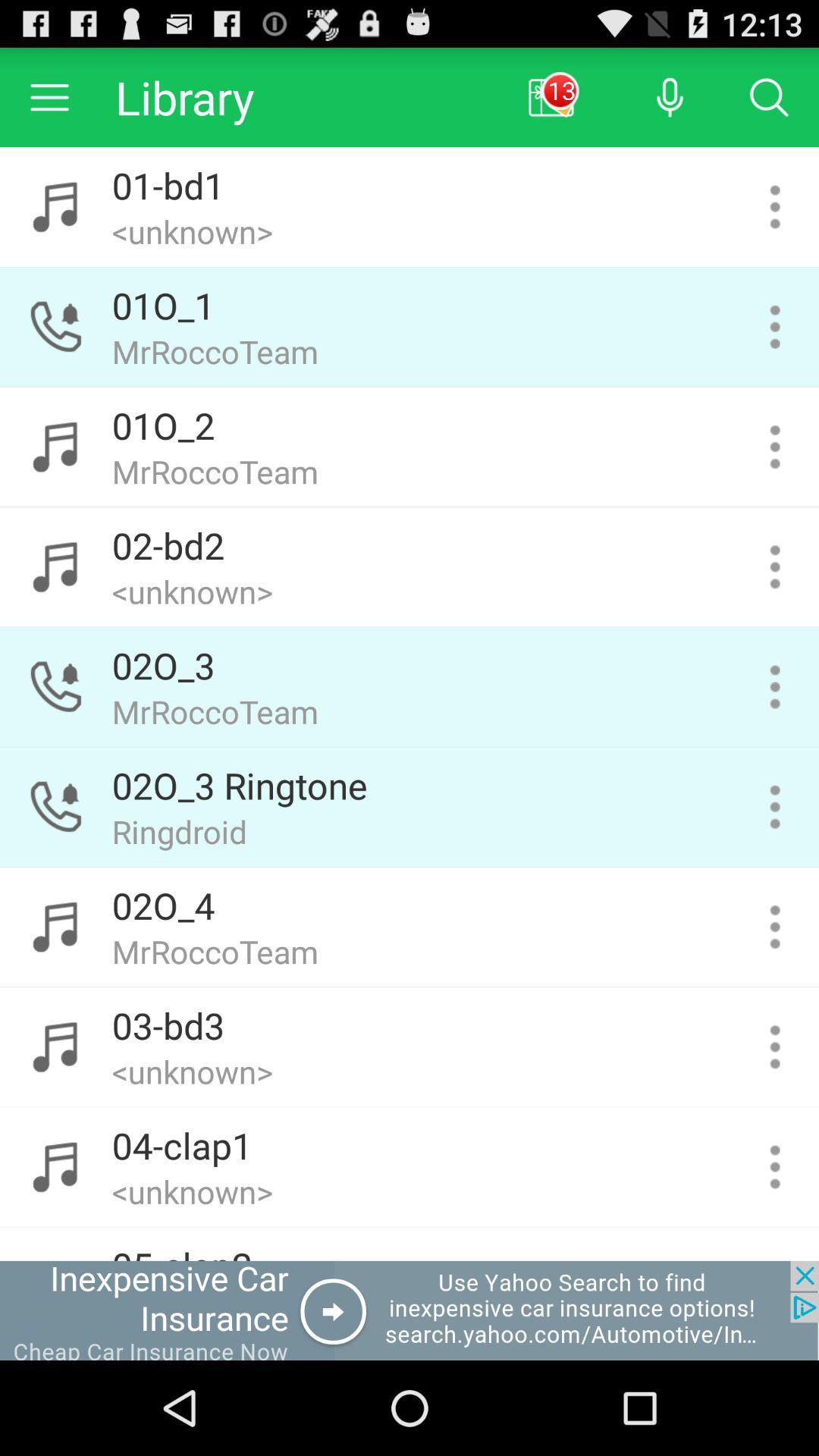  What do you see at coordinates (409, 1310) in the screenshot?
I see `make advertisement` at bounding box center [409, 1310].